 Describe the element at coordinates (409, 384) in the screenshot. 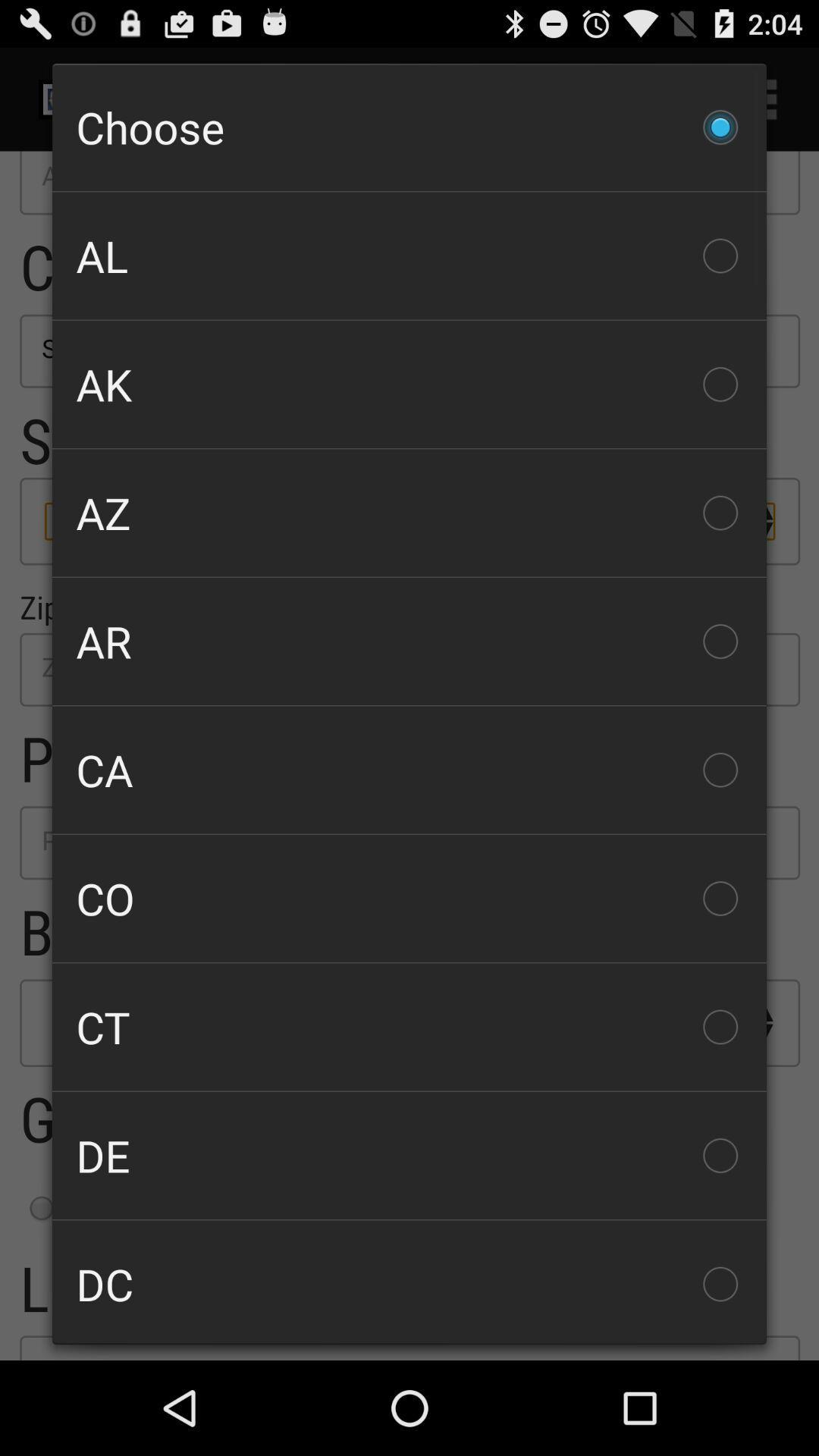

I see `ak icon` at that location.